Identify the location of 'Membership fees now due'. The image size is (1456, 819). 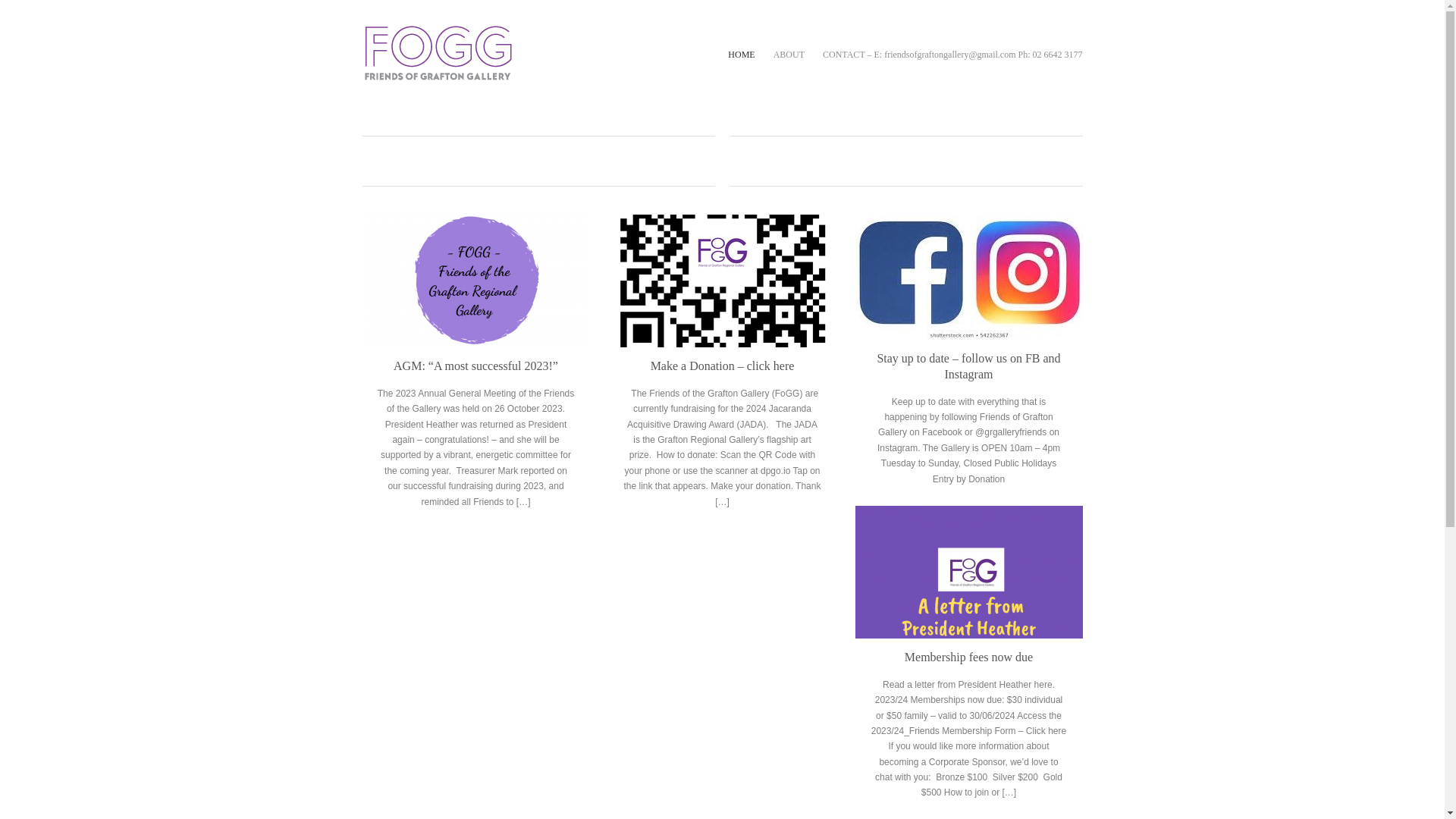
(968, 572).